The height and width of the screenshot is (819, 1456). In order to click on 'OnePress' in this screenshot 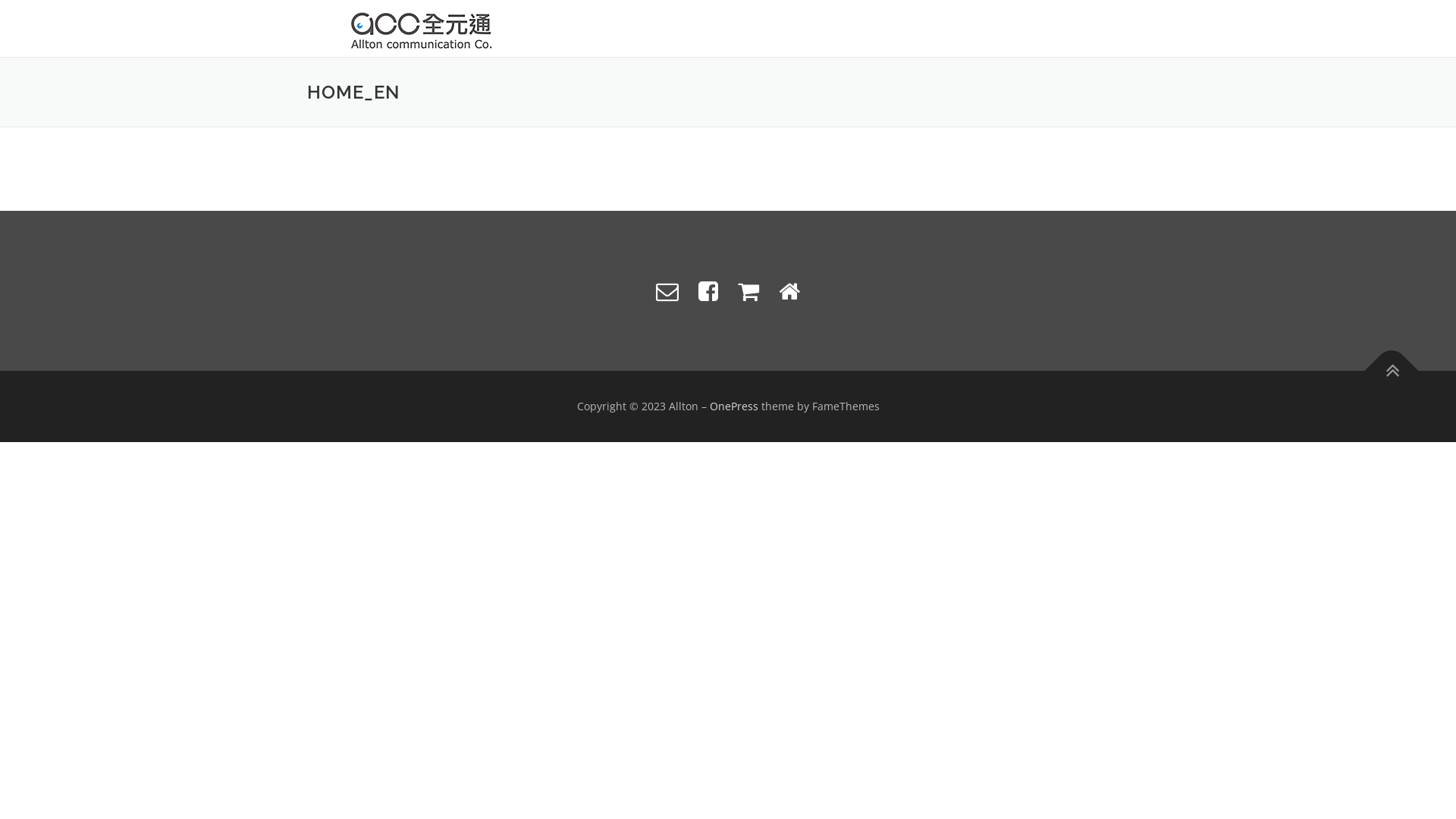, I will do `click(734, 405)`.